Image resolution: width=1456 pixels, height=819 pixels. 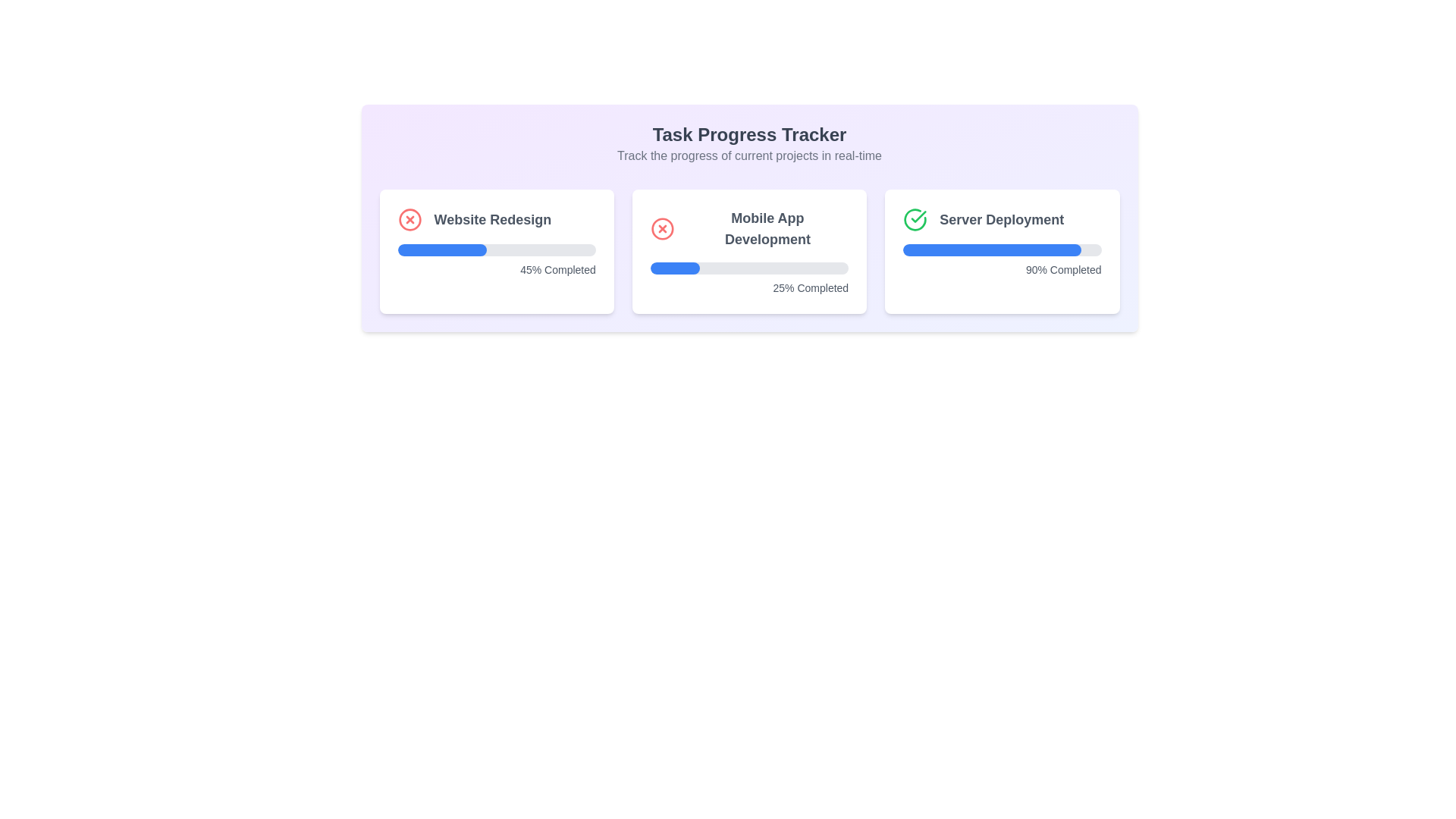 I want to click on the static text element titled 'Website Redesign', which is positioned at the top of the leftmost project card, so click(x=492, y=219).